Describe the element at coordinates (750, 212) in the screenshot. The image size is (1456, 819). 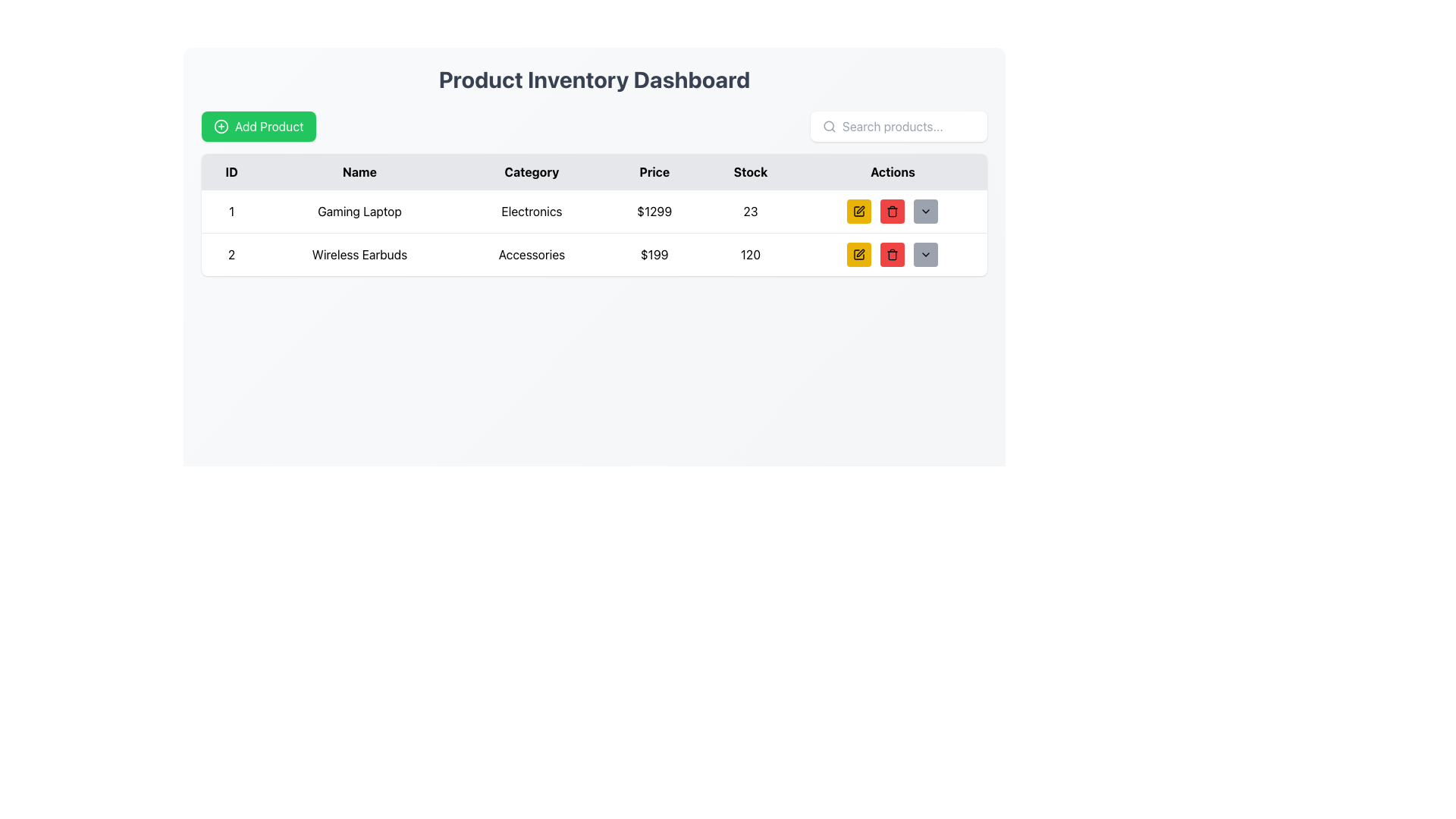
I see `displayed stock quantity information for the 'Gaming Laptop' product located in the 'Stock' column of the product information table` at that location.